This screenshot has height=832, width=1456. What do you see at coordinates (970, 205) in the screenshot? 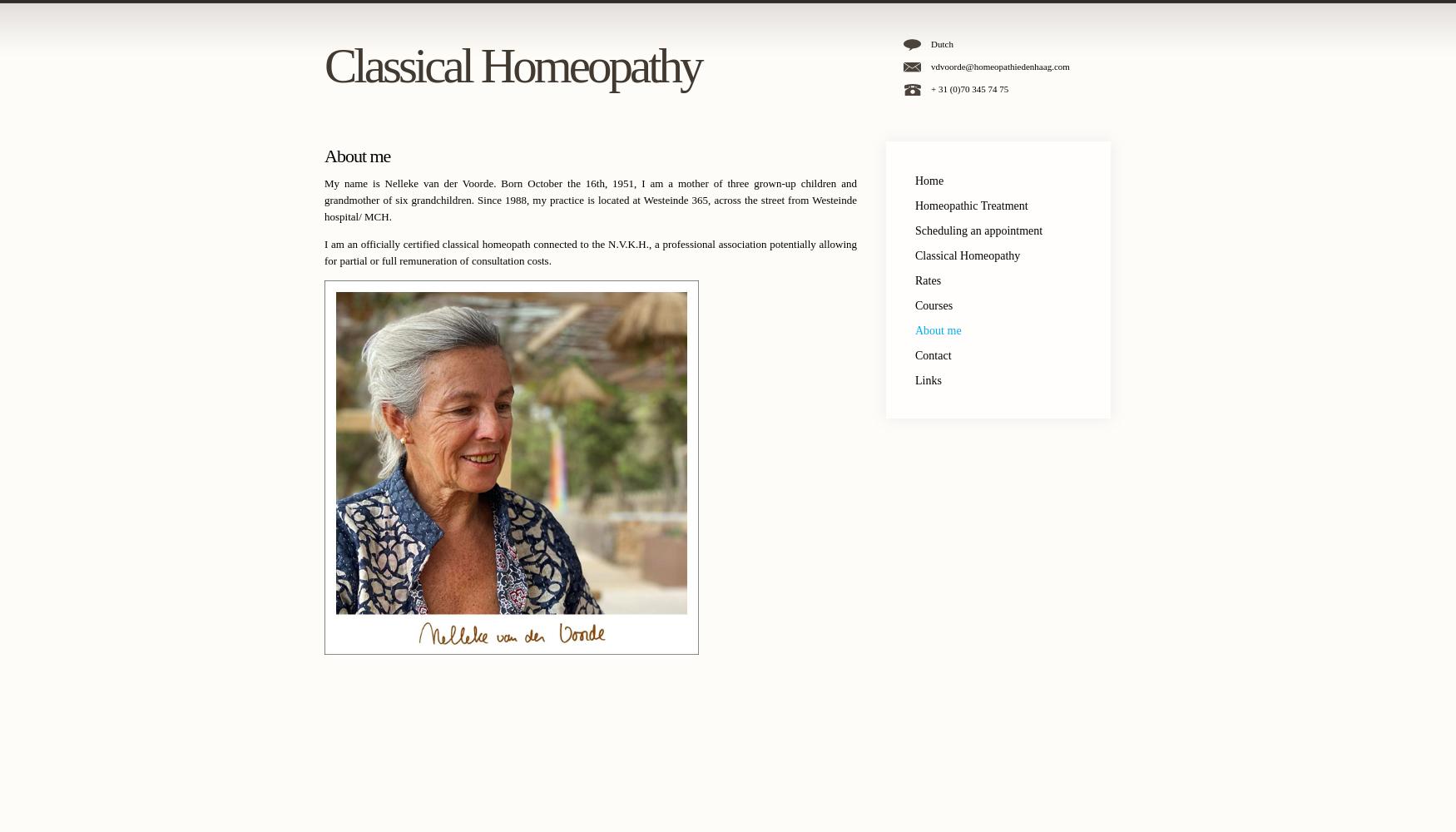
I see `'Homeopathic Treatment'` at bounding box center [970, 205].